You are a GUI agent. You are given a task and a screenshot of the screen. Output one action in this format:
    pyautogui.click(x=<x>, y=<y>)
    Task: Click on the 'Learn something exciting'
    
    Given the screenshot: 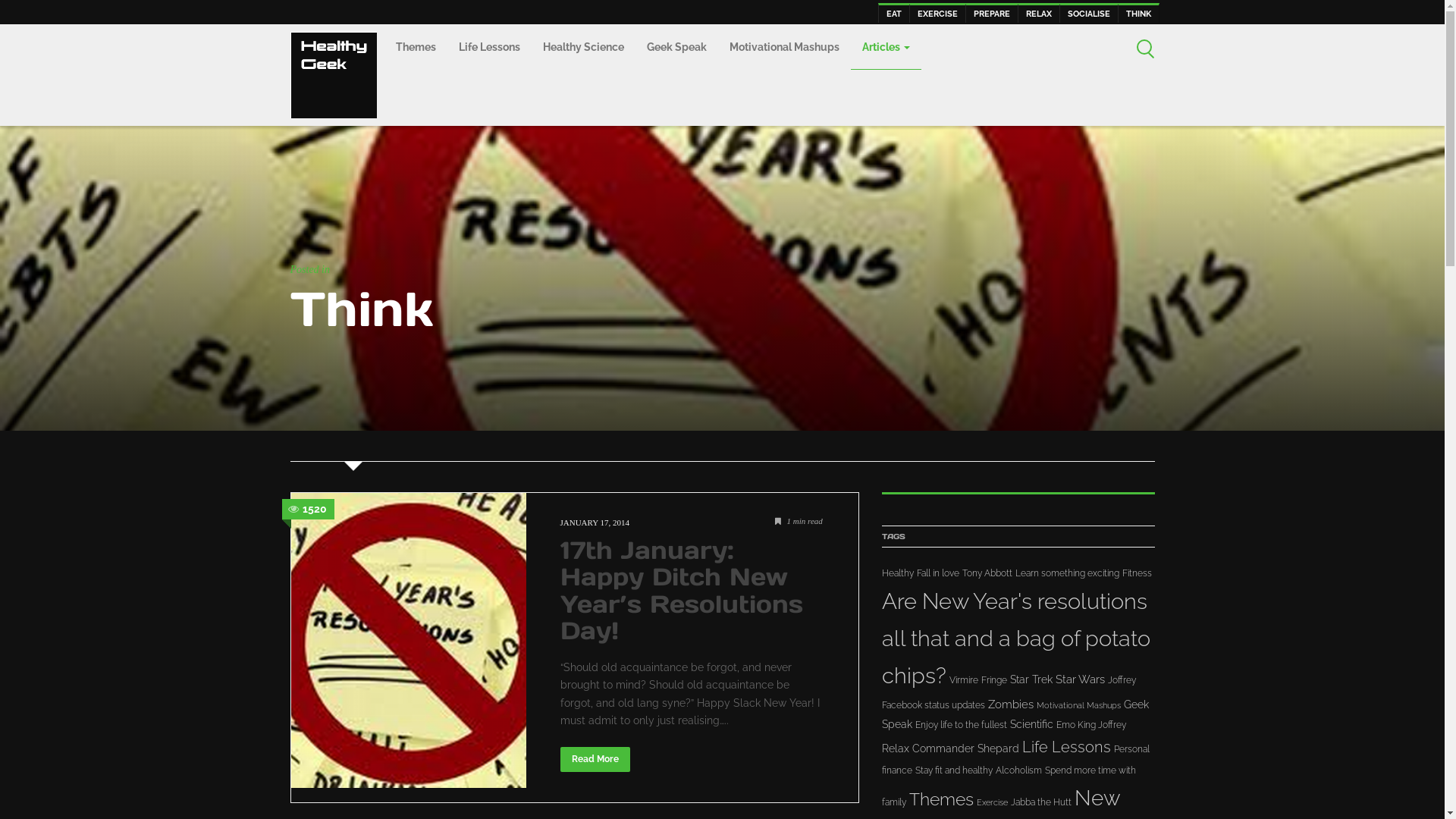 What is the action you would take?
    pyautogui.click(x=1065, y=573)
    